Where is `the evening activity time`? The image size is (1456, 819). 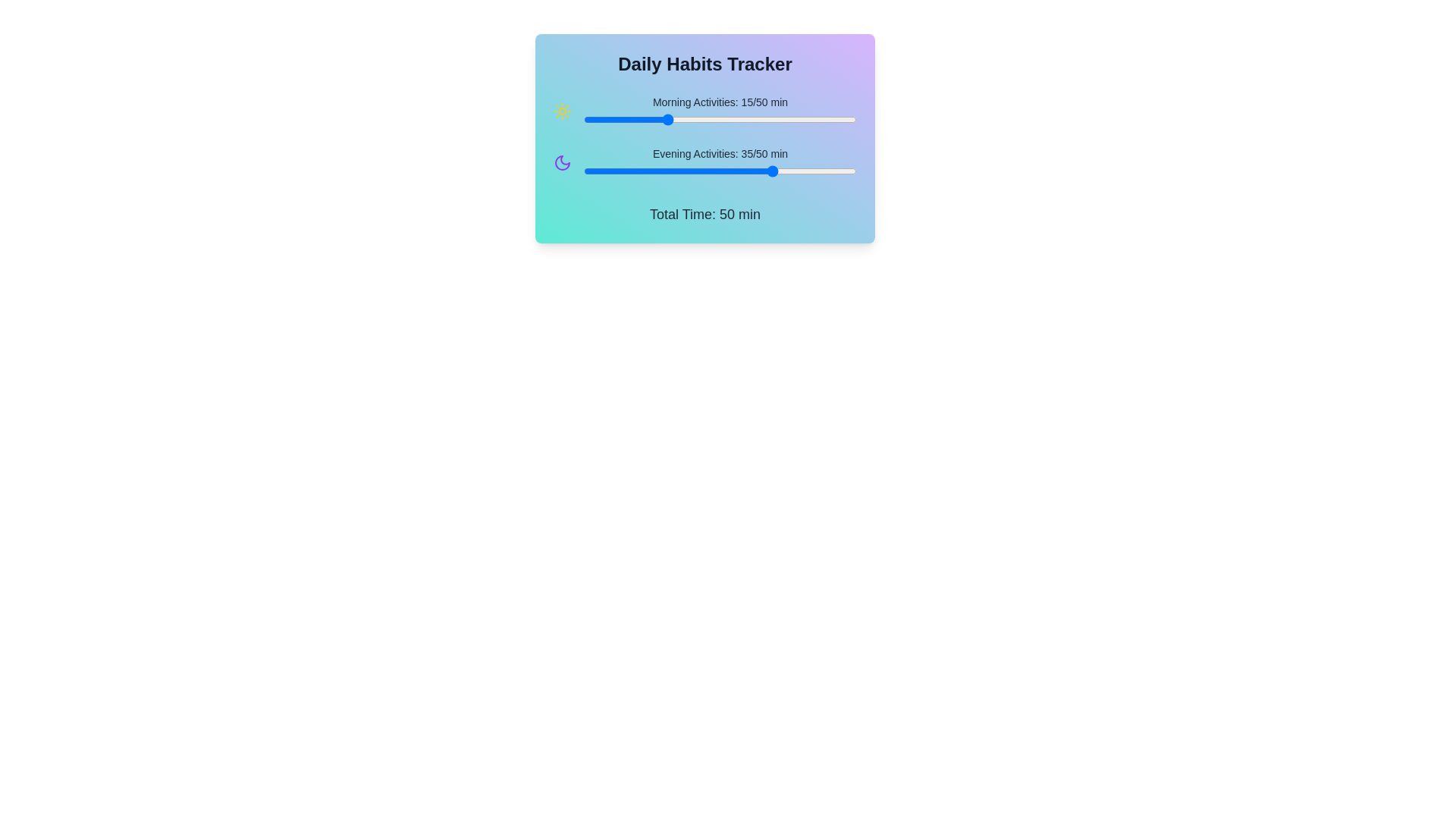 the evening activity time is located at coordinates (627, 171).